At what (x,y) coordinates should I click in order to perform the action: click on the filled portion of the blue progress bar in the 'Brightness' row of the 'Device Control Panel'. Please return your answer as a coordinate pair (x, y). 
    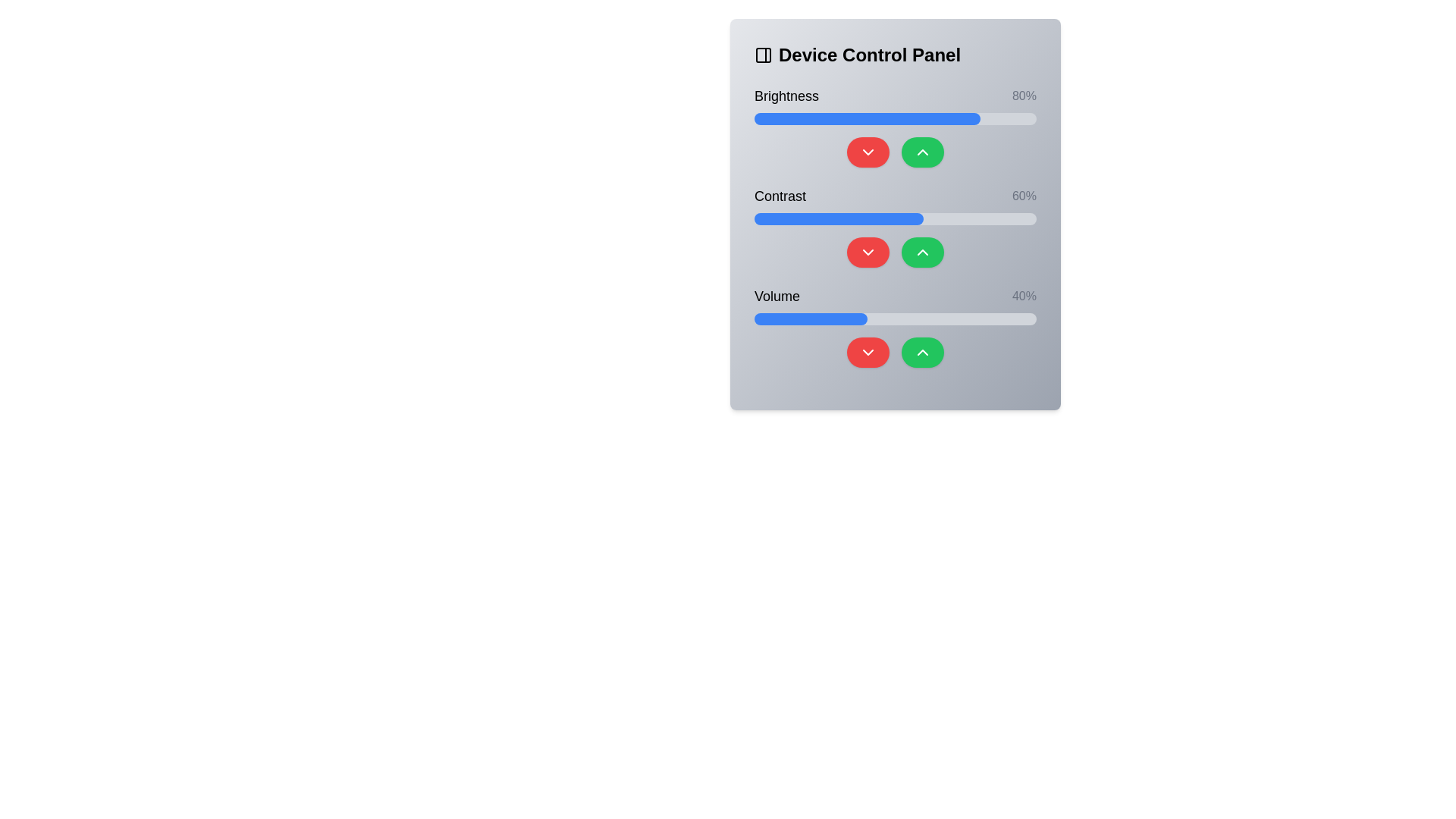
    Looking at the image, I should click on (867, 118).